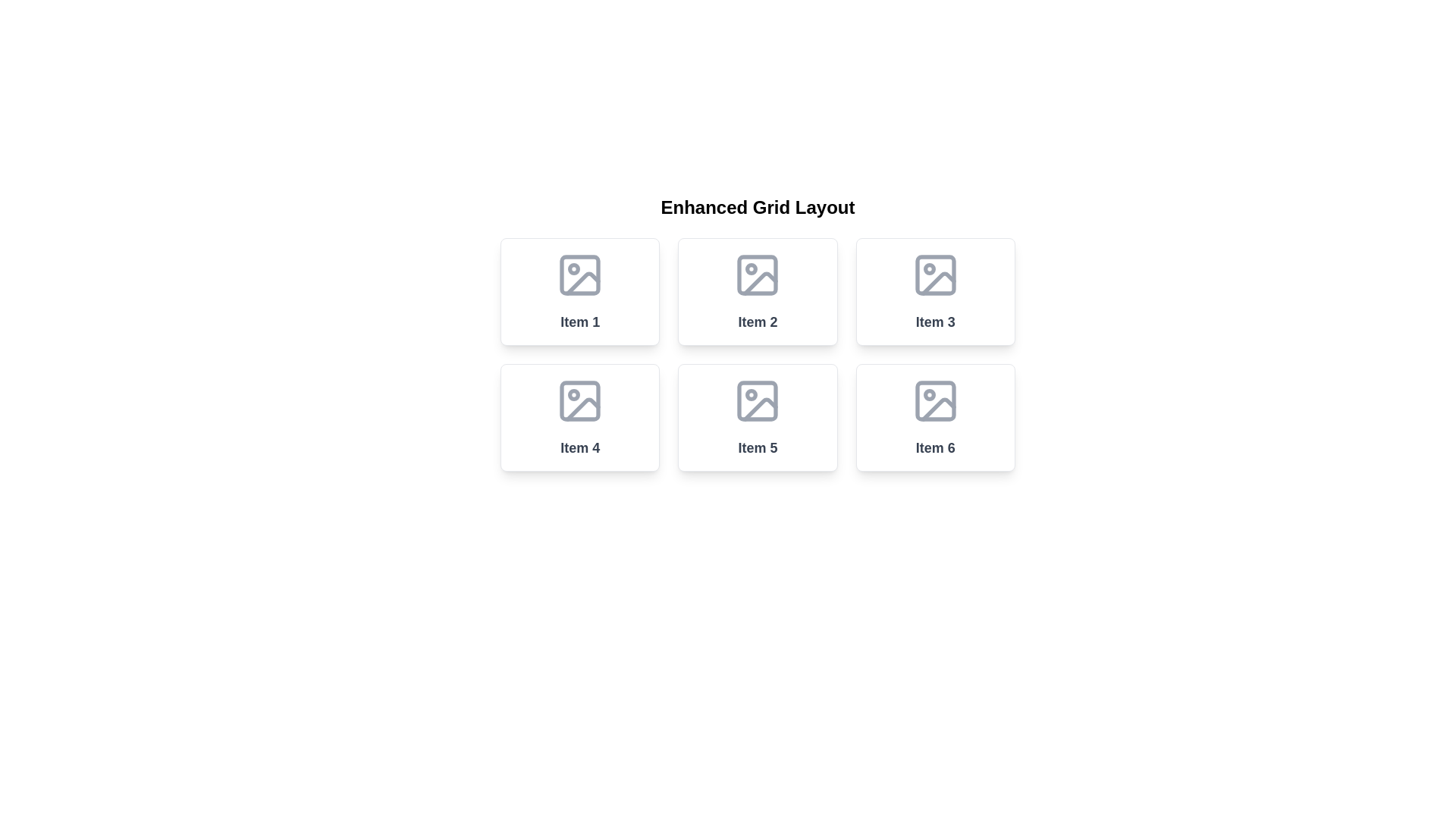 Image resolution: width=1456 pixels, height=819 pixels. Describe the element at coordinates (579, 275) in the screenshot. I see `the icon representing 'Item 1' in the grid layout, which is located at the center of its bounding box` at that location.